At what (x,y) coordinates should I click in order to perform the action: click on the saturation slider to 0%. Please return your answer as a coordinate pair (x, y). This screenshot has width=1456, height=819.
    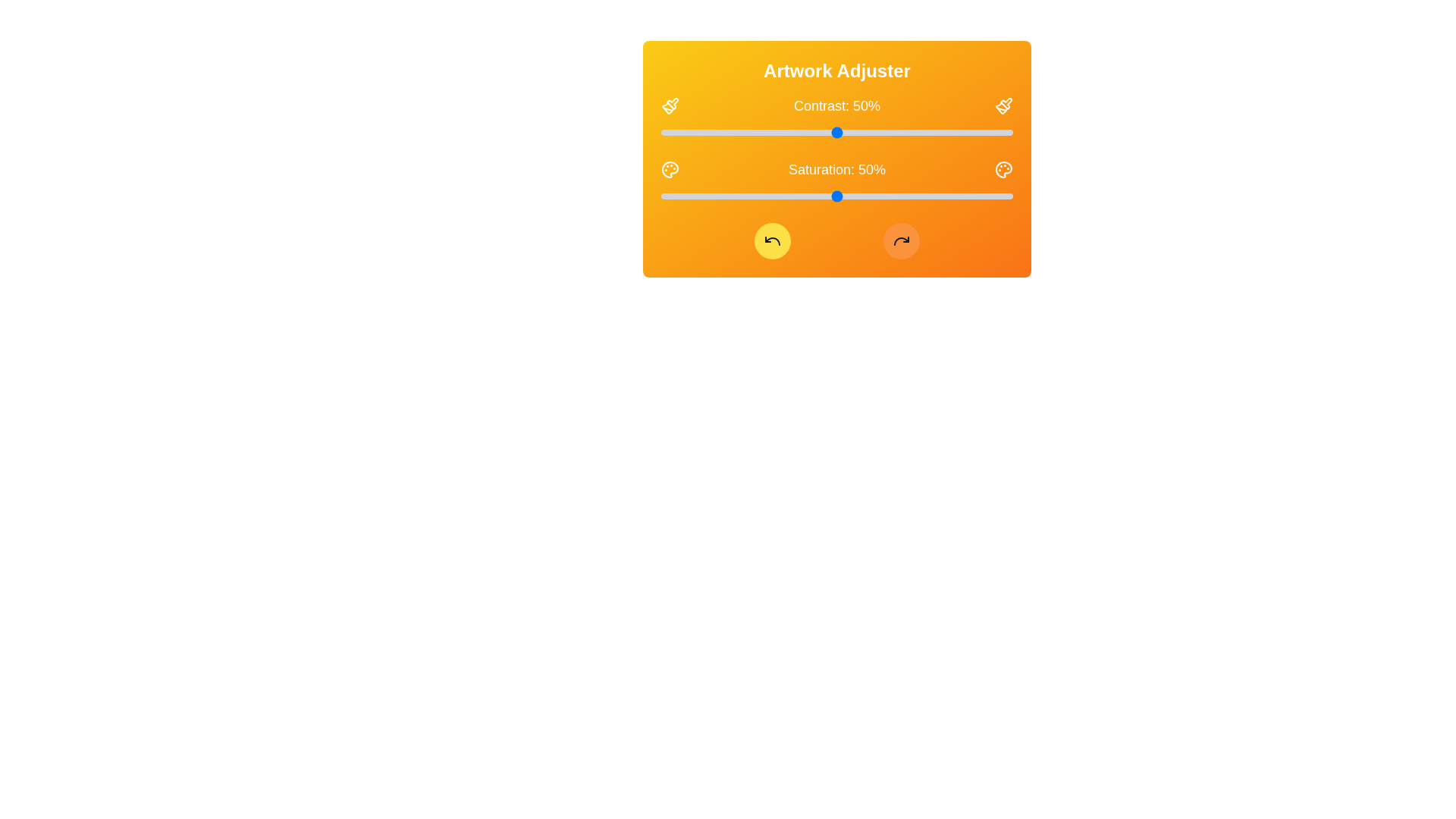
    Looking at the image, I should click on (661, 131).